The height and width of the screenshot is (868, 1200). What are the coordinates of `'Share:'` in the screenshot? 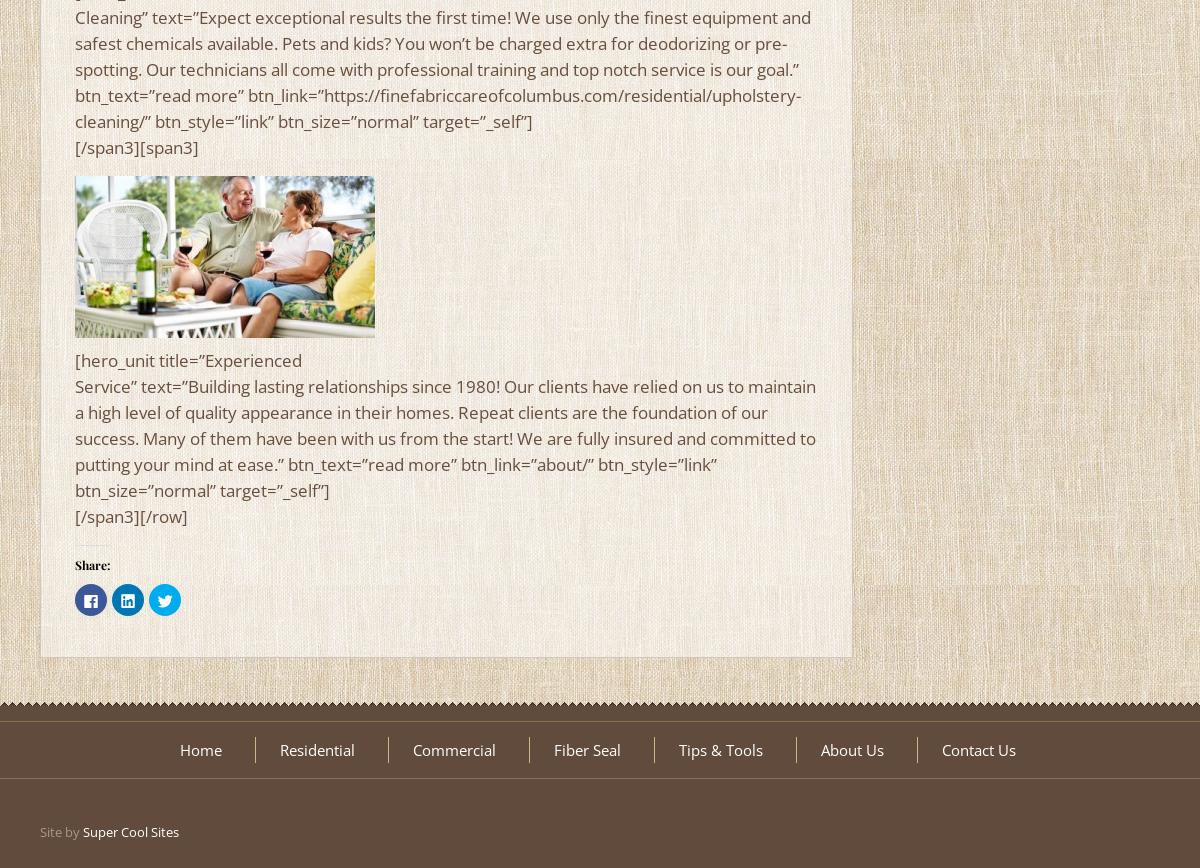 It's located at (92, 564).